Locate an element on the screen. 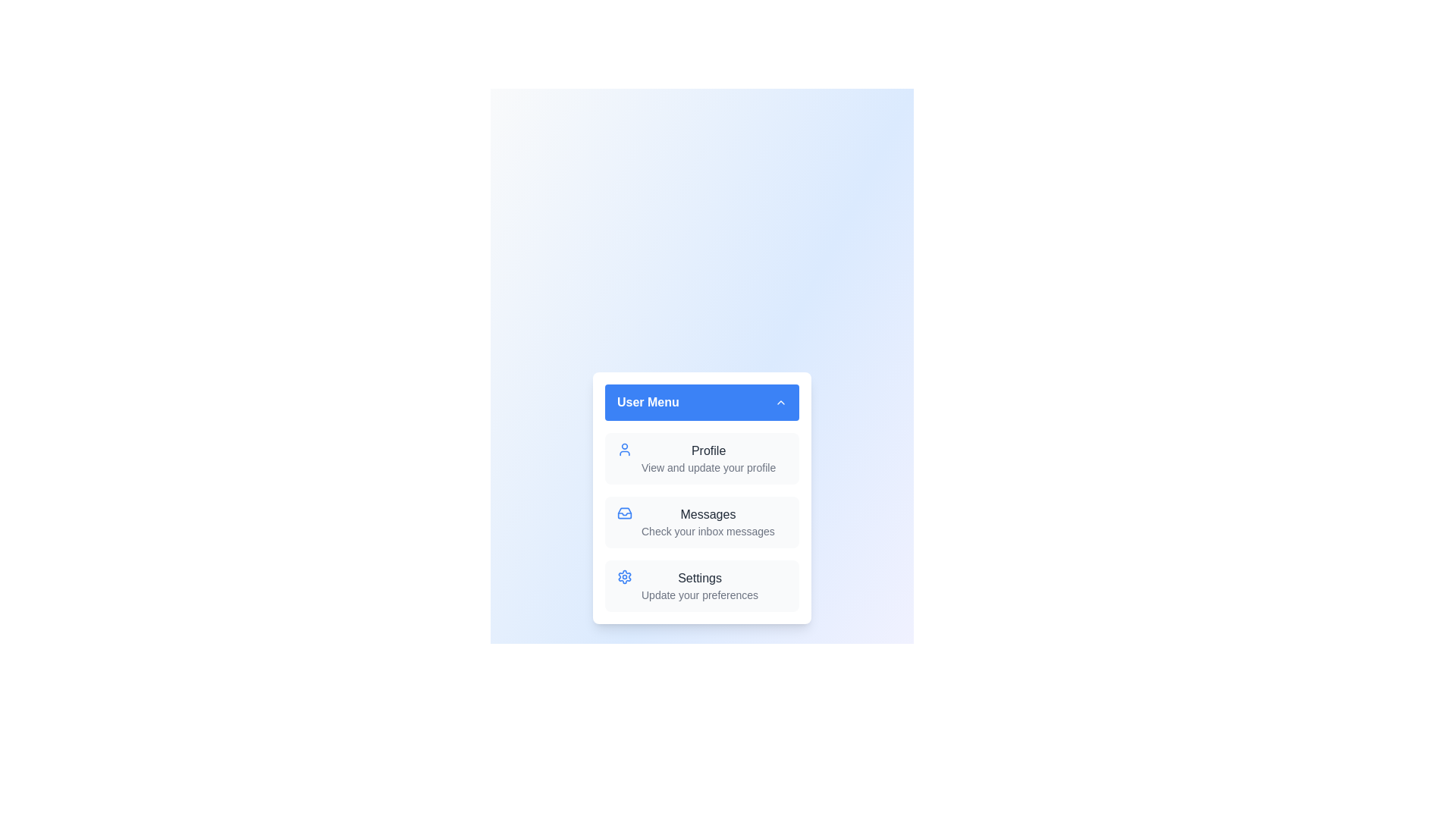 This screenshot has height=819, width=1456. the menu item Messages from the User Menu is located at coordinates (701, 522).